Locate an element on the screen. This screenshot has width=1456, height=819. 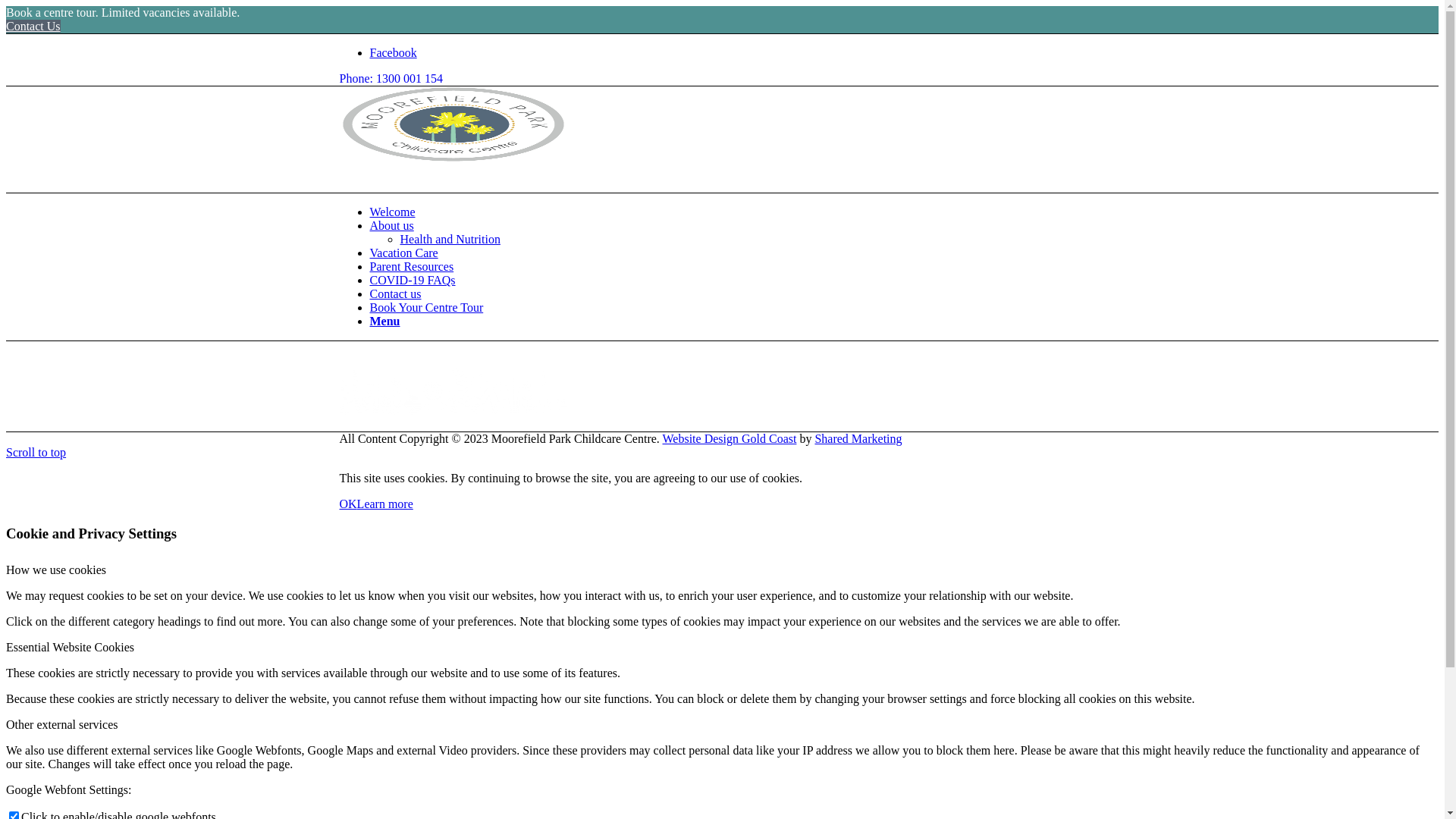
'Vacation Care' is located at coordinates (403, 252).